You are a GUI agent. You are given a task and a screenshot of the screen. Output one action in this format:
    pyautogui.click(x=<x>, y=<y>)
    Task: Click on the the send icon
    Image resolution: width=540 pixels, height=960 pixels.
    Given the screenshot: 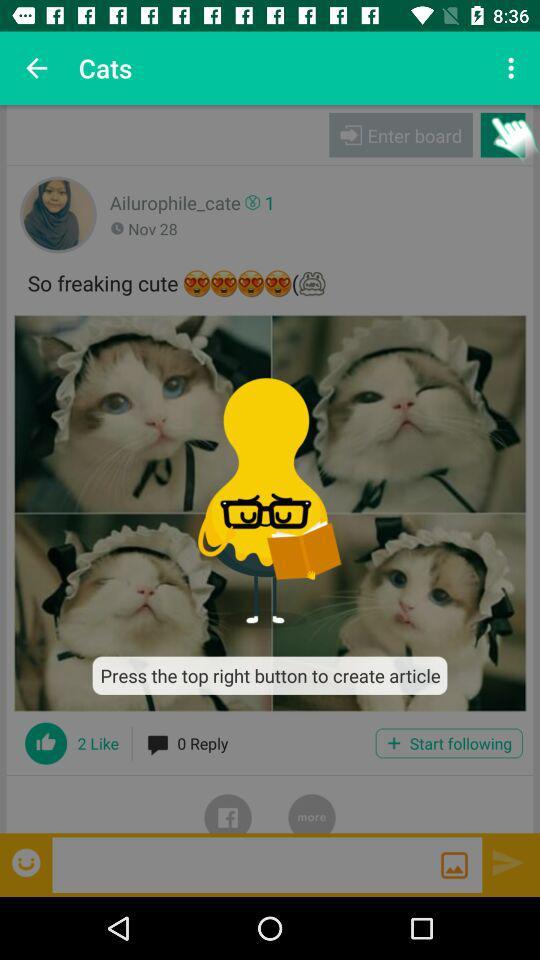 What is the action you would take?
    pyautogui.click(x=508, y=861)
    